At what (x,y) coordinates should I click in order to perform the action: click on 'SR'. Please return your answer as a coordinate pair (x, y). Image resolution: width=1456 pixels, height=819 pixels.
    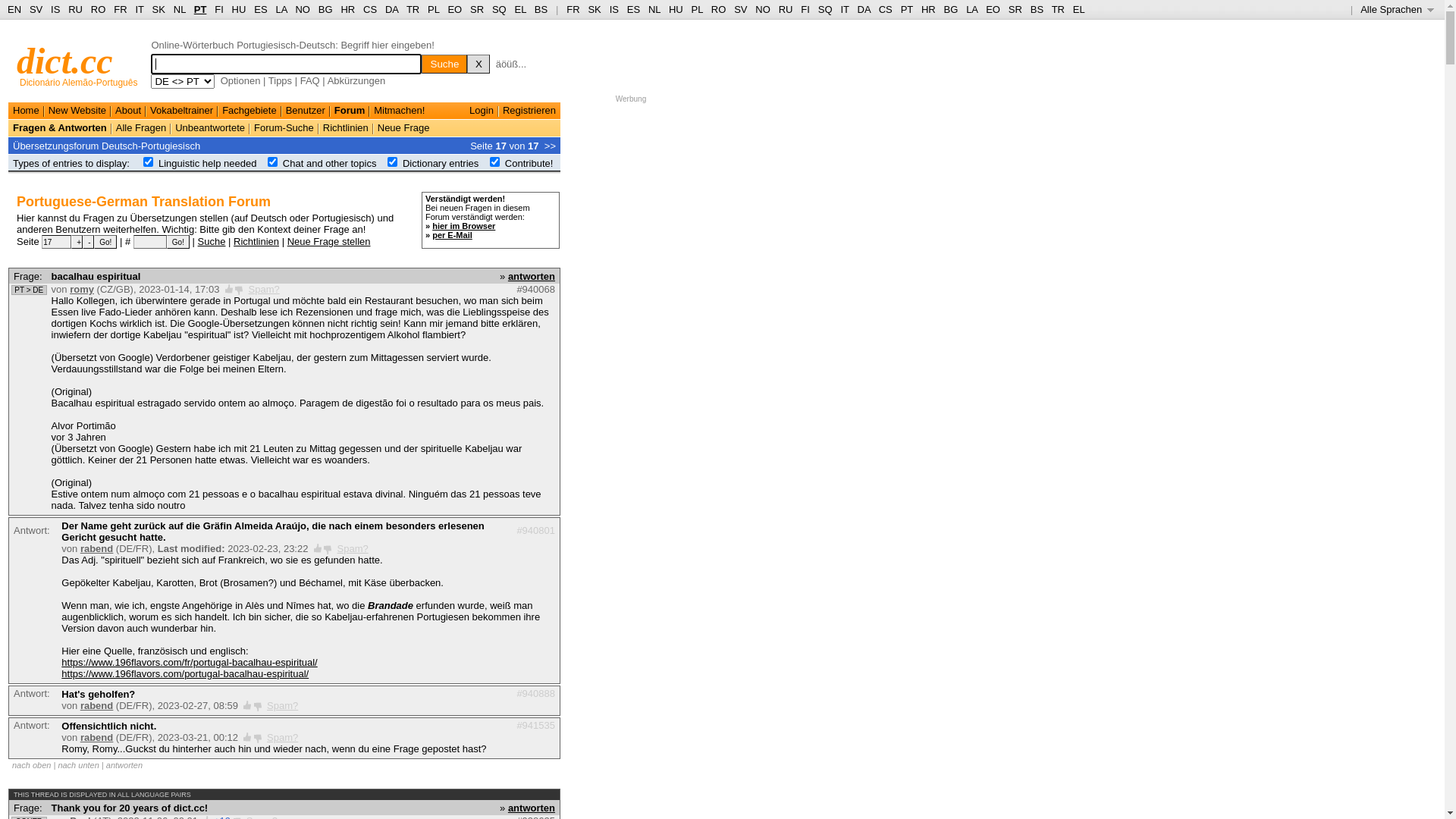
    Looking at the image, I should click on (475, 9).